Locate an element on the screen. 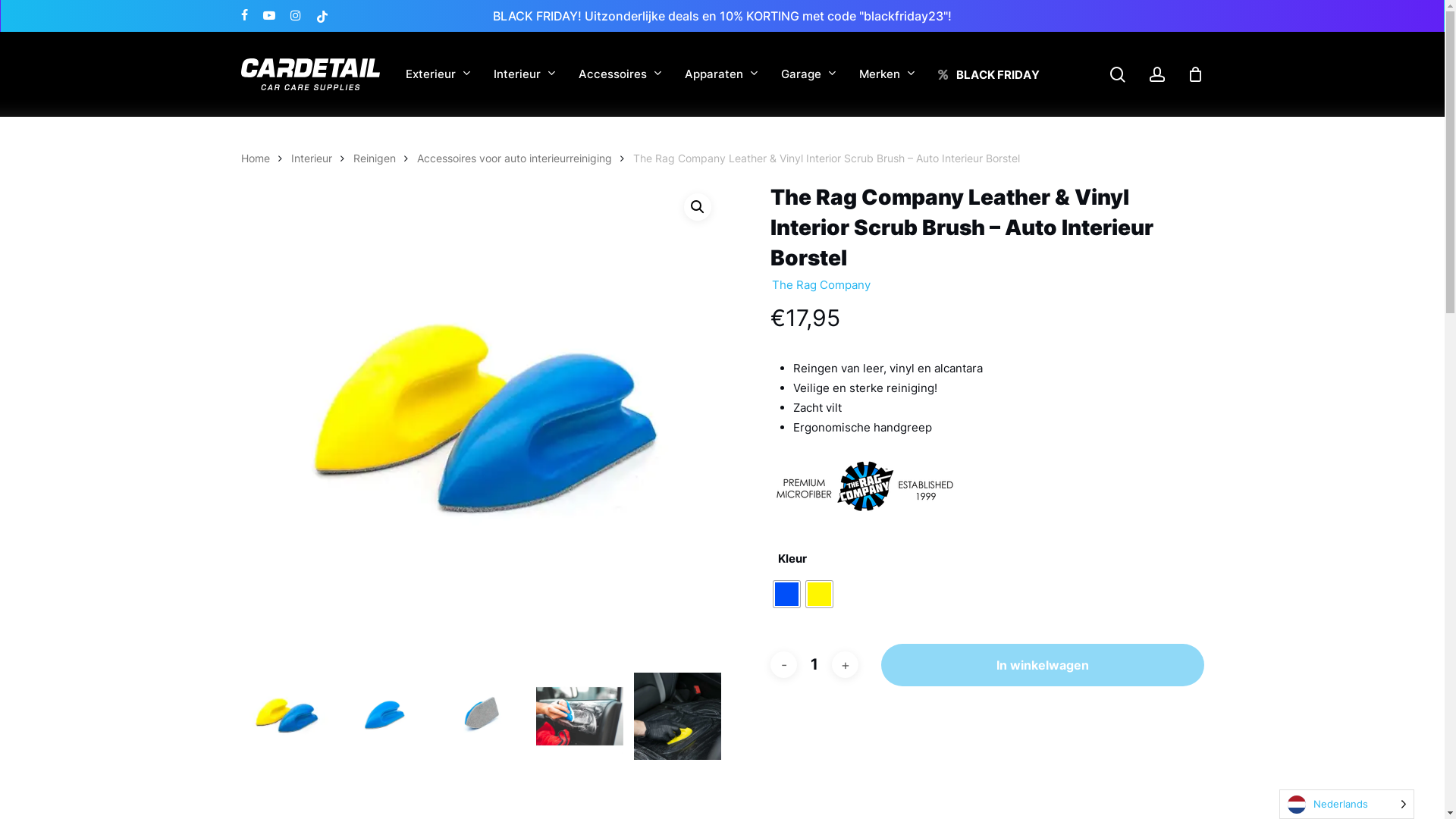 The height and width of the screenshot is (819, 1456). 'tiktok' is located at coordinates (320, 15).